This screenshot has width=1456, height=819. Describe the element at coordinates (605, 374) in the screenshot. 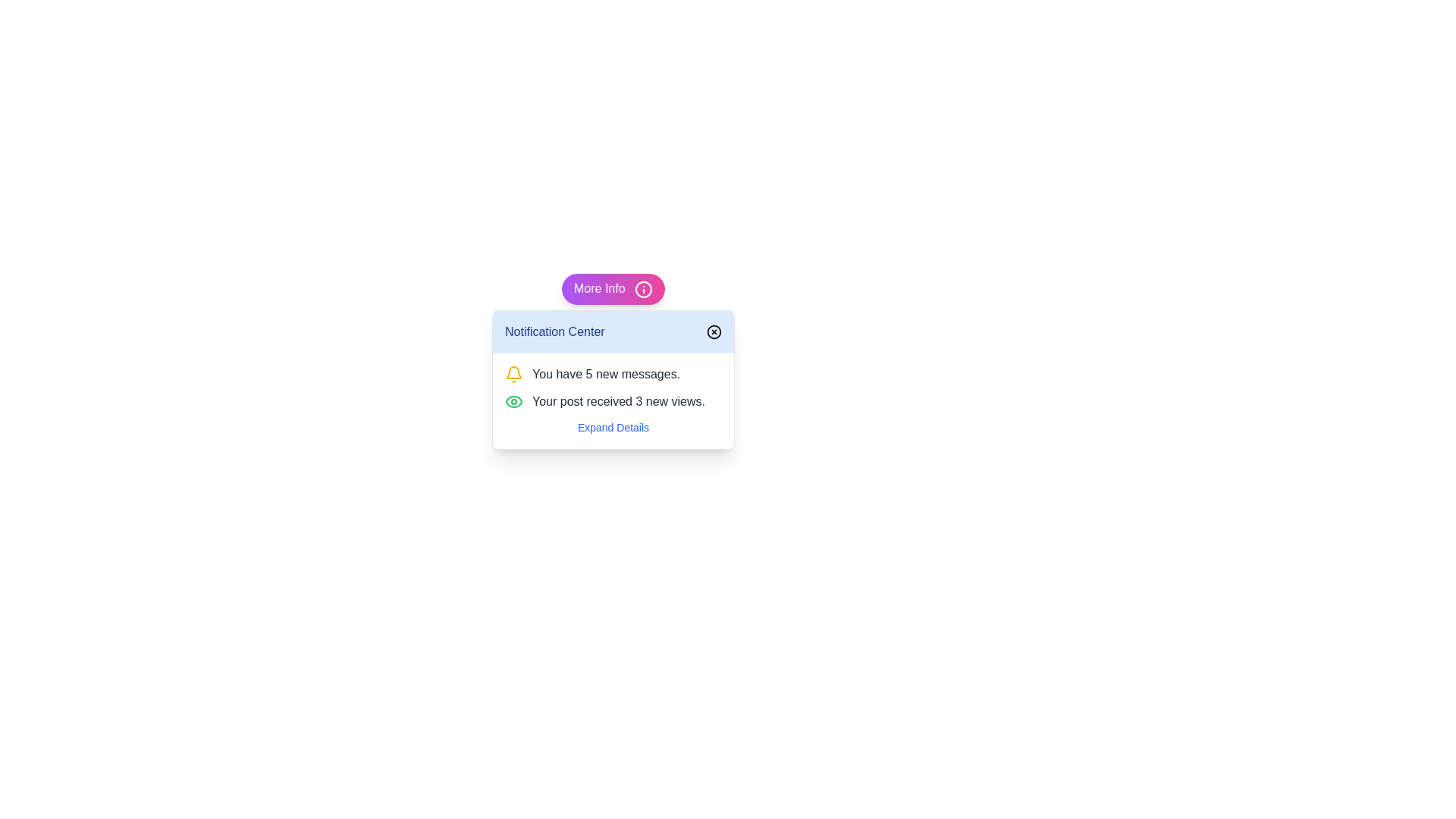

I see `the text label that indicates there are 5 new messages in the Notification Center` at that location.